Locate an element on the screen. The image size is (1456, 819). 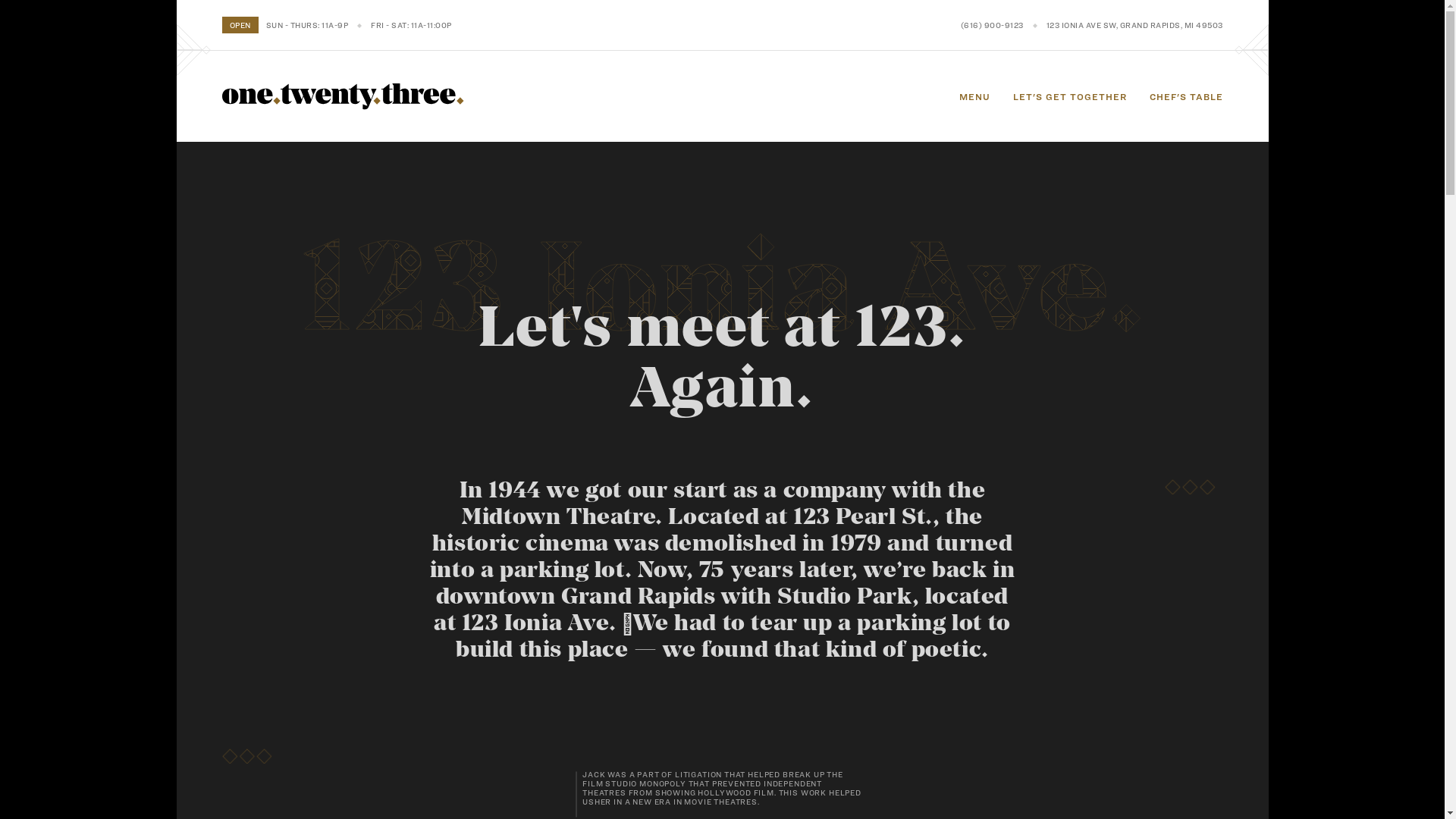
'(616) 900-9123' is located at coordinates (991, 25).